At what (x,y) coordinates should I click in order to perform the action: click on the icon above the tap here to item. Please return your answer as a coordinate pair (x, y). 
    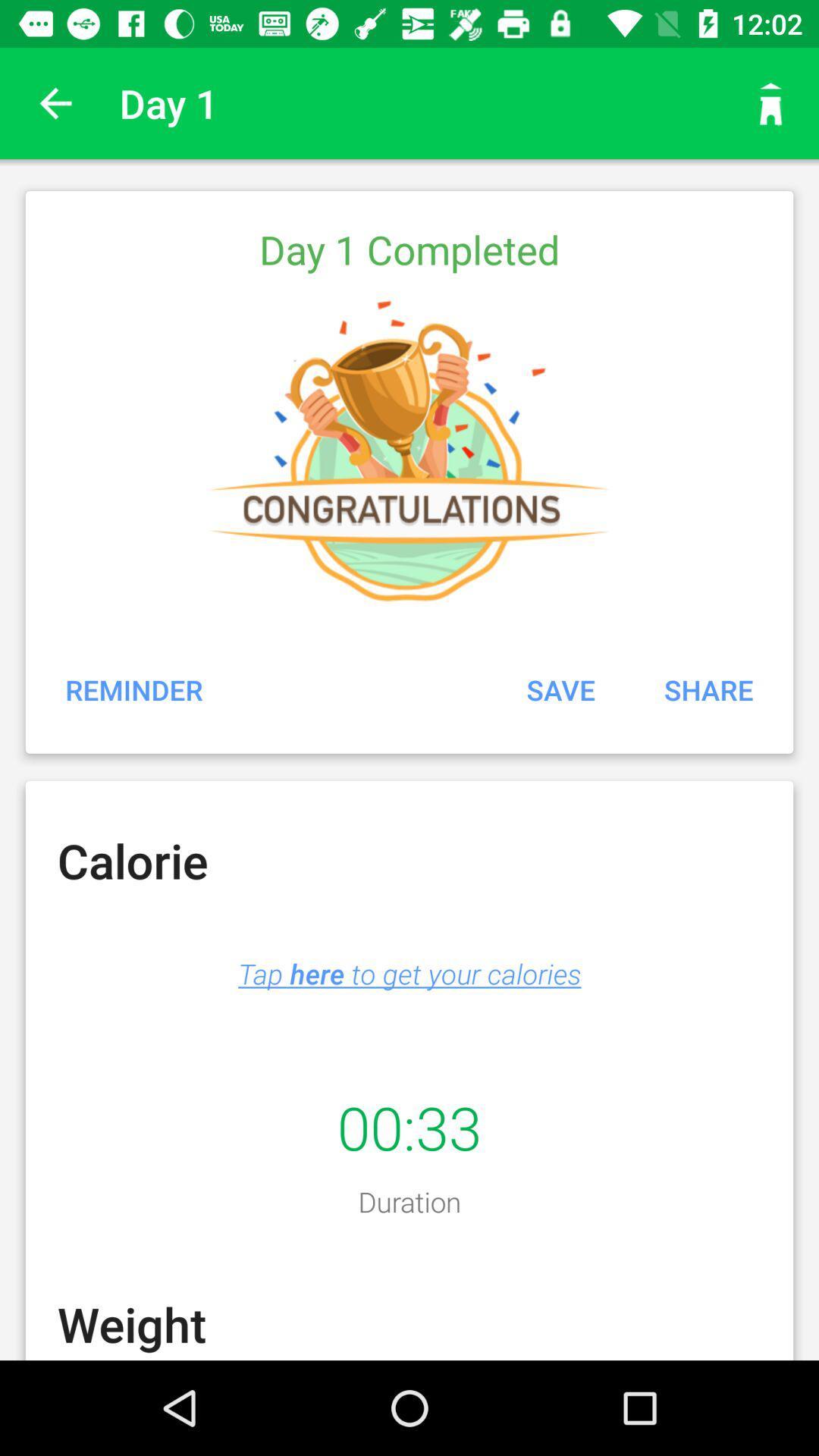
    Looking at the image, I should click on (560, 689).